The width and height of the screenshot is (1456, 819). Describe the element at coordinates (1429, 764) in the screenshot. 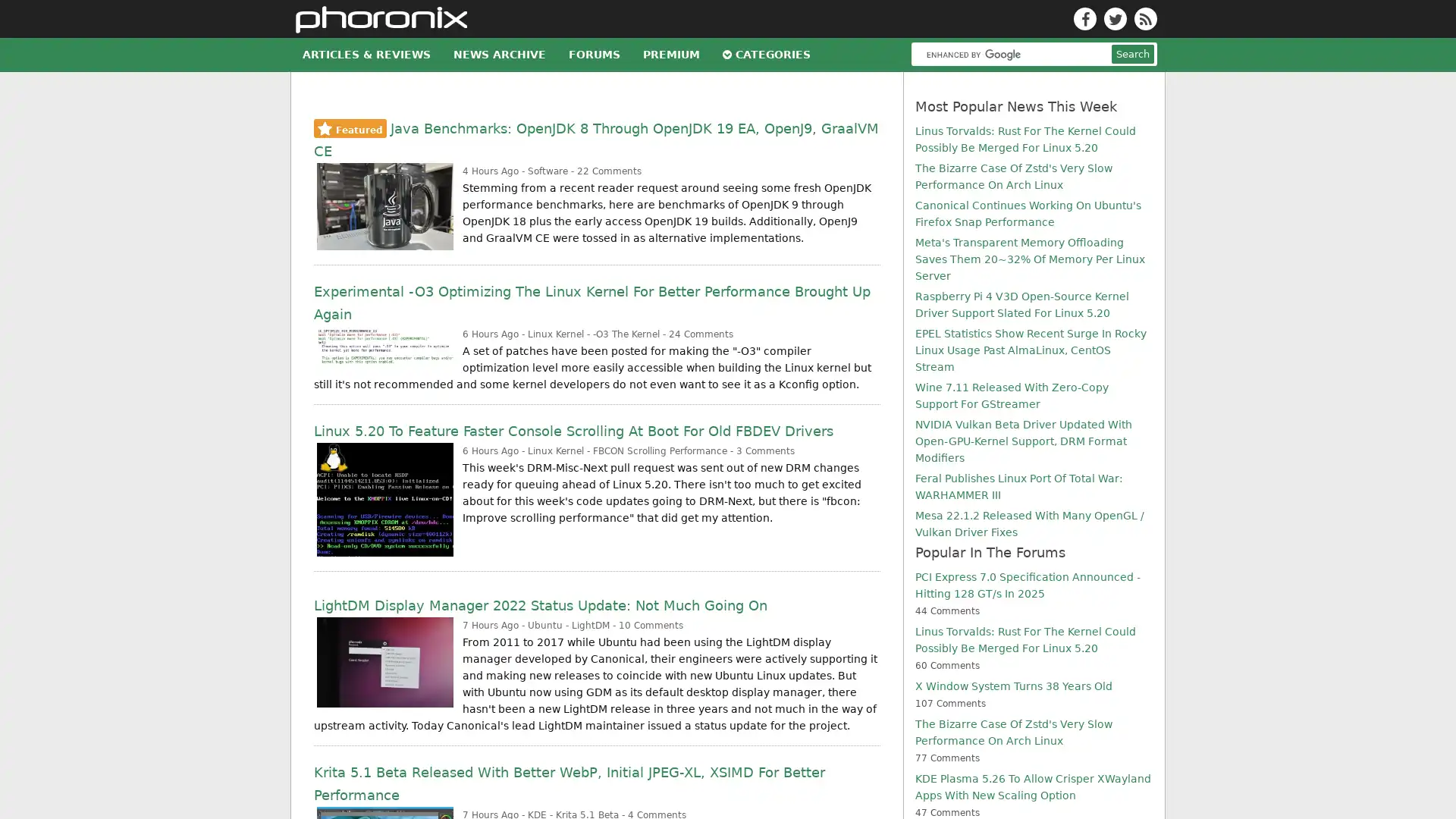

I see `Close Ad` at that location.